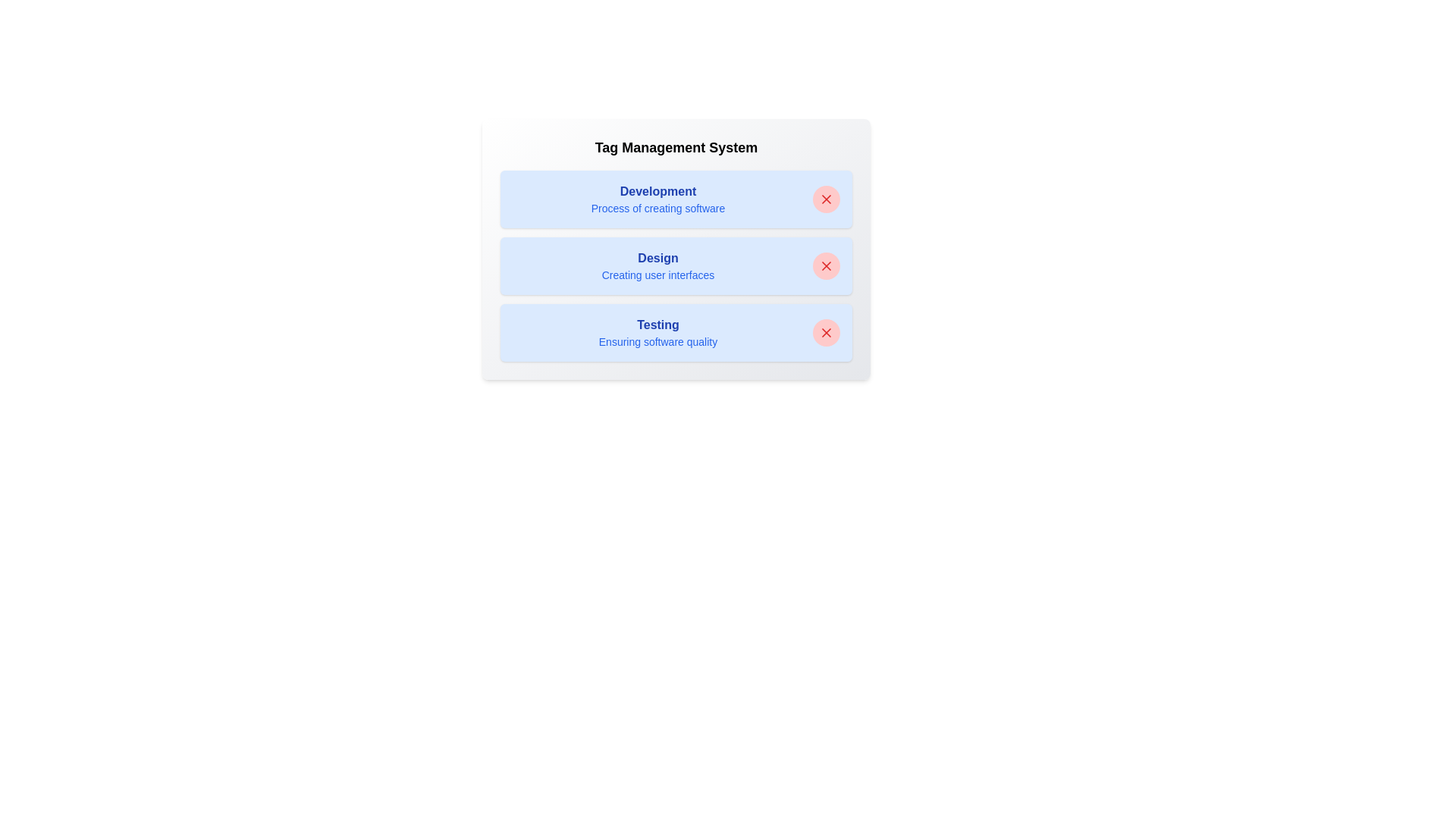  I want to click on close button next to the tag labeled 'Testing' to remove it, so click(825, 332).